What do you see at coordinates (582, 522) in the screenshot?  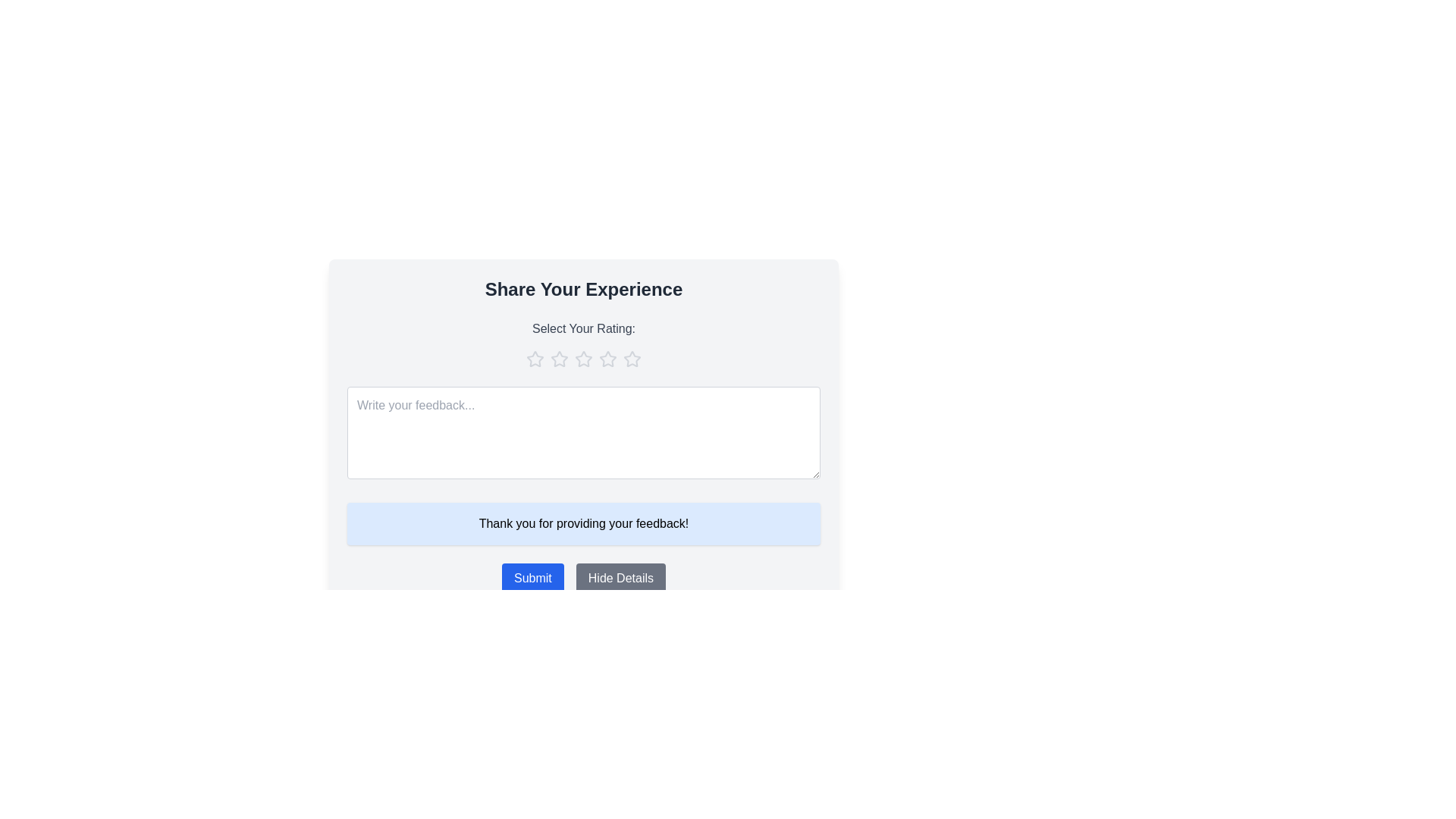 I see `the static informational message that acknowledges the user's feedback submission, located below the feedback input box and above the action buttons` at bounding box center [582, 522].